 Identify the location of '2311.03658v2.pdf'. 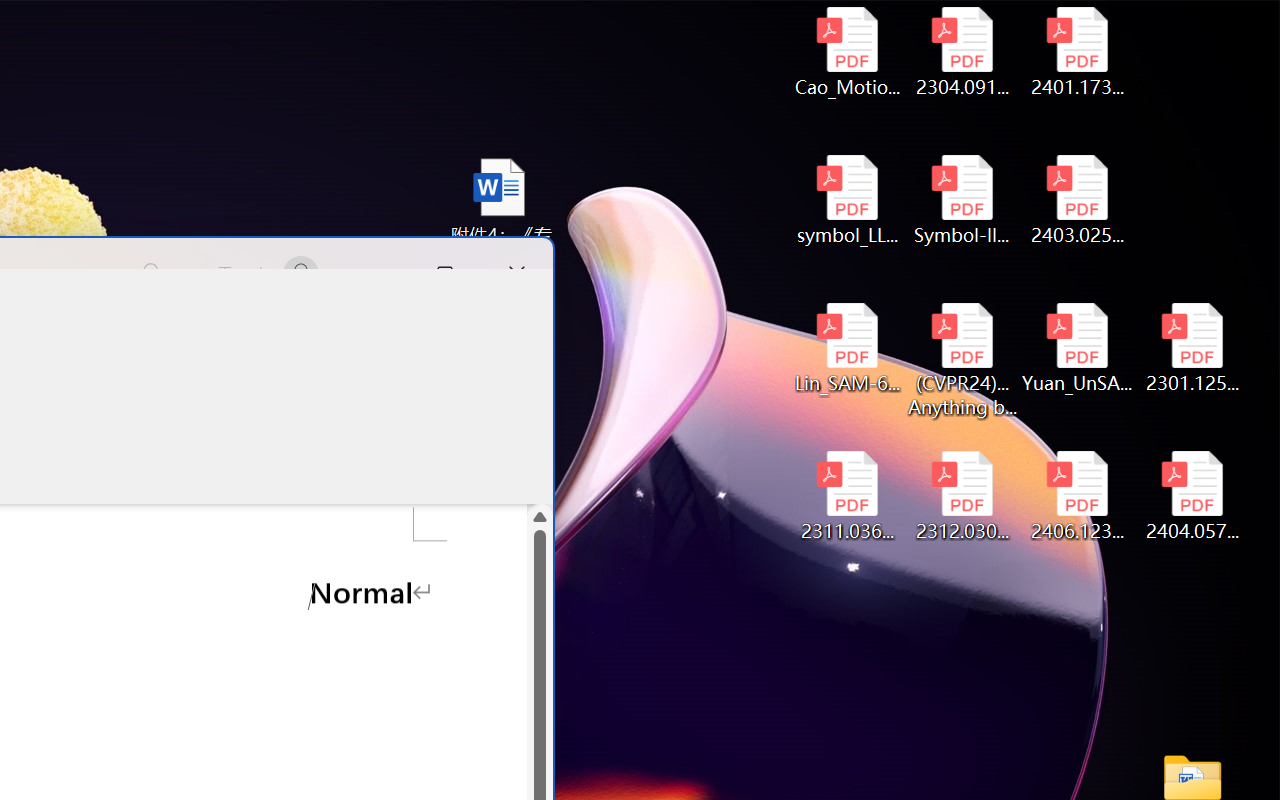
(847, 496).